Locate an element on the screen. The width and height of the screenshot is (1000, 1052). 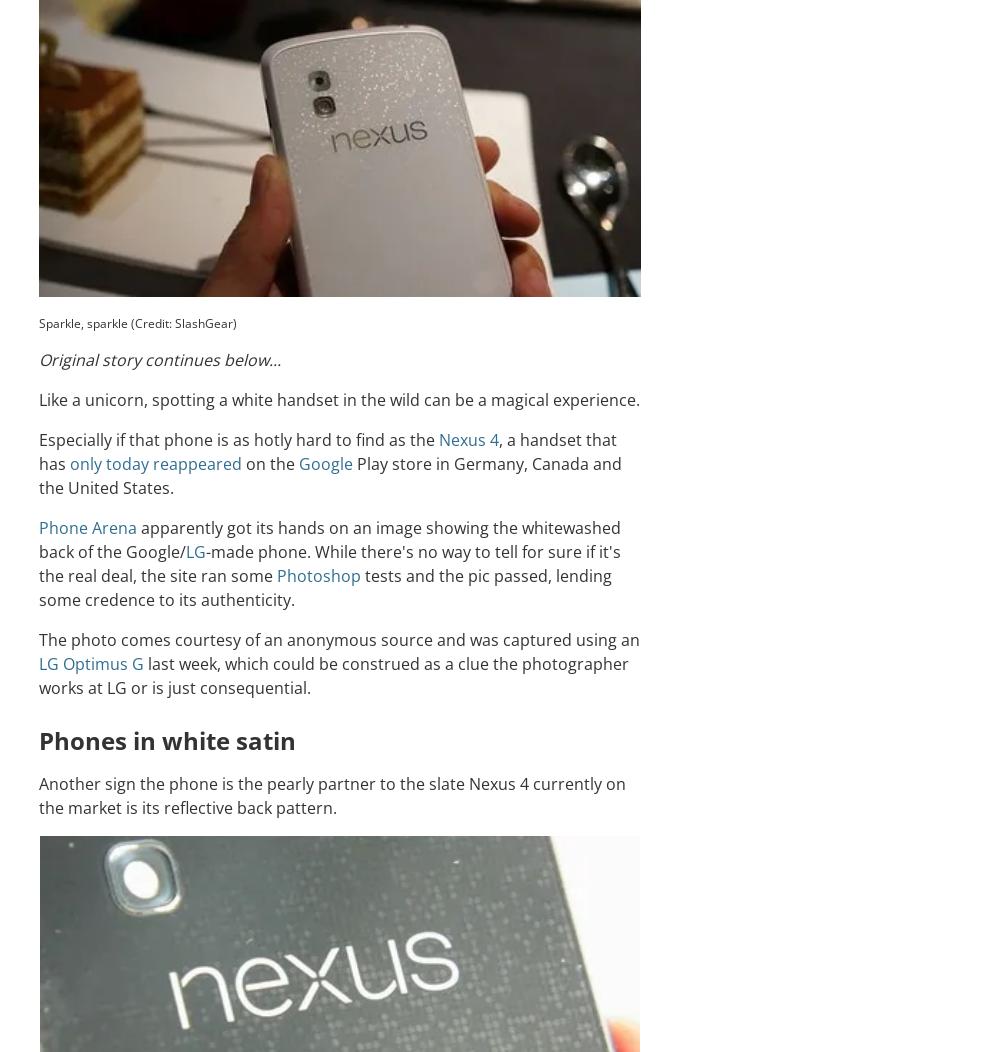
'last week, which could be construed as a clue the photographer works at LG or is just consequential.' is located at coordinates (39, 673).